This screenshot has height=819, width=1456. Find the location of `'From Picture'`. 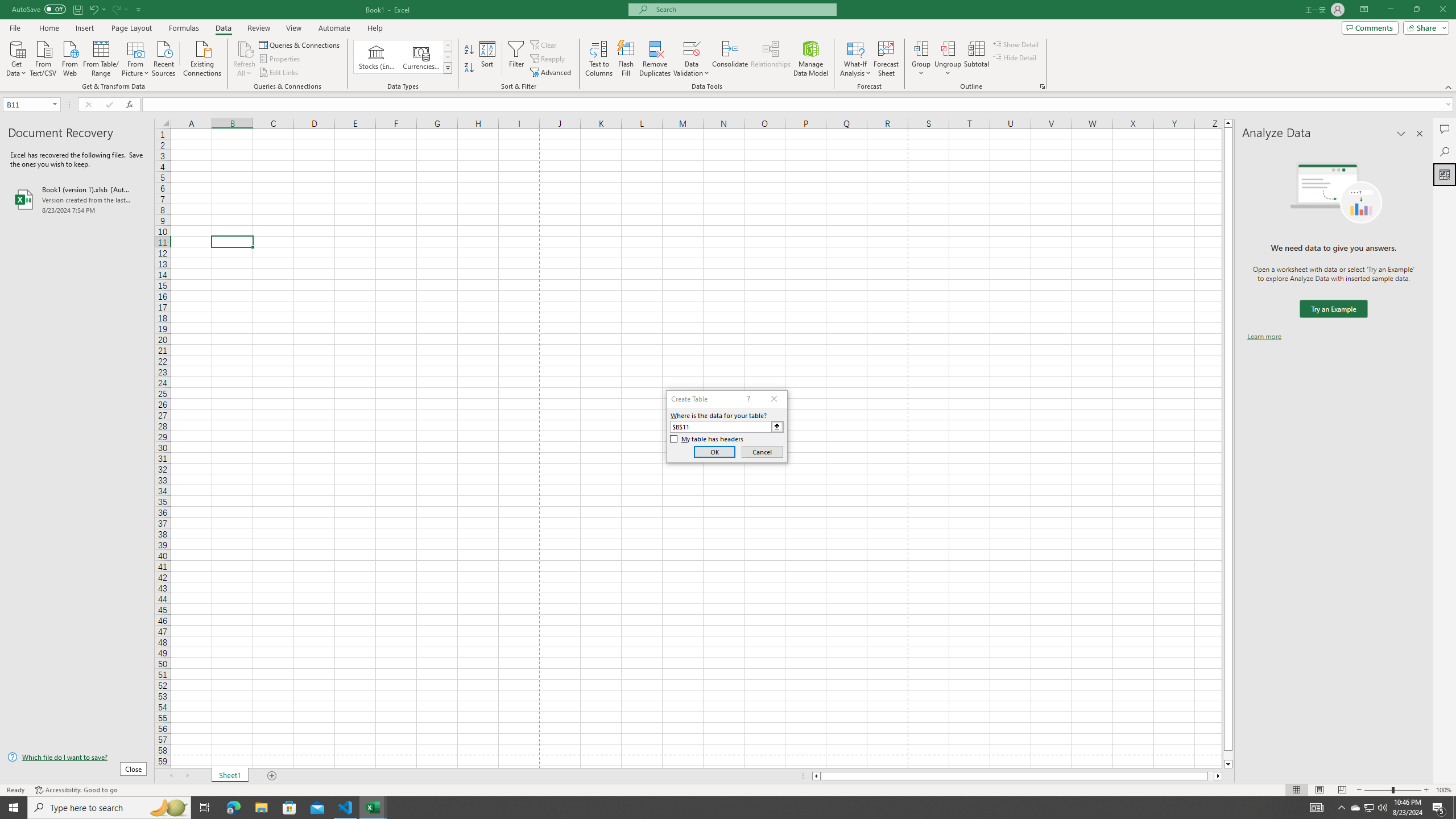

'From Picture' is located at coordinates (136, 57).